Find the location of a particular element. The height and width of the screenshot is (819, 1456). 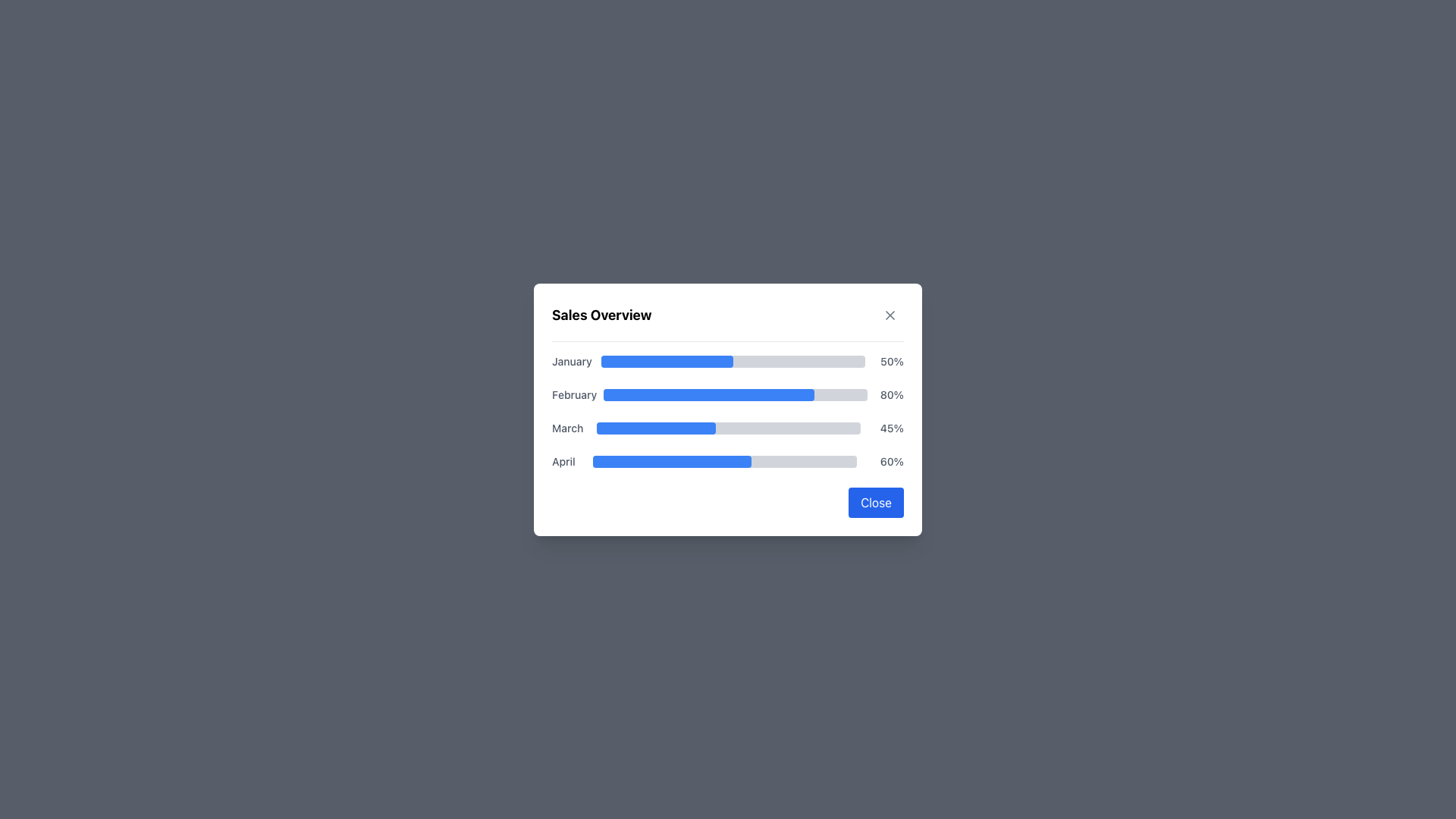

the Text label indicating the month of February, which is positioned in the second row of a modal or card component, aligned to the left of an 80% progress bar is located at coordinates (573, 394).